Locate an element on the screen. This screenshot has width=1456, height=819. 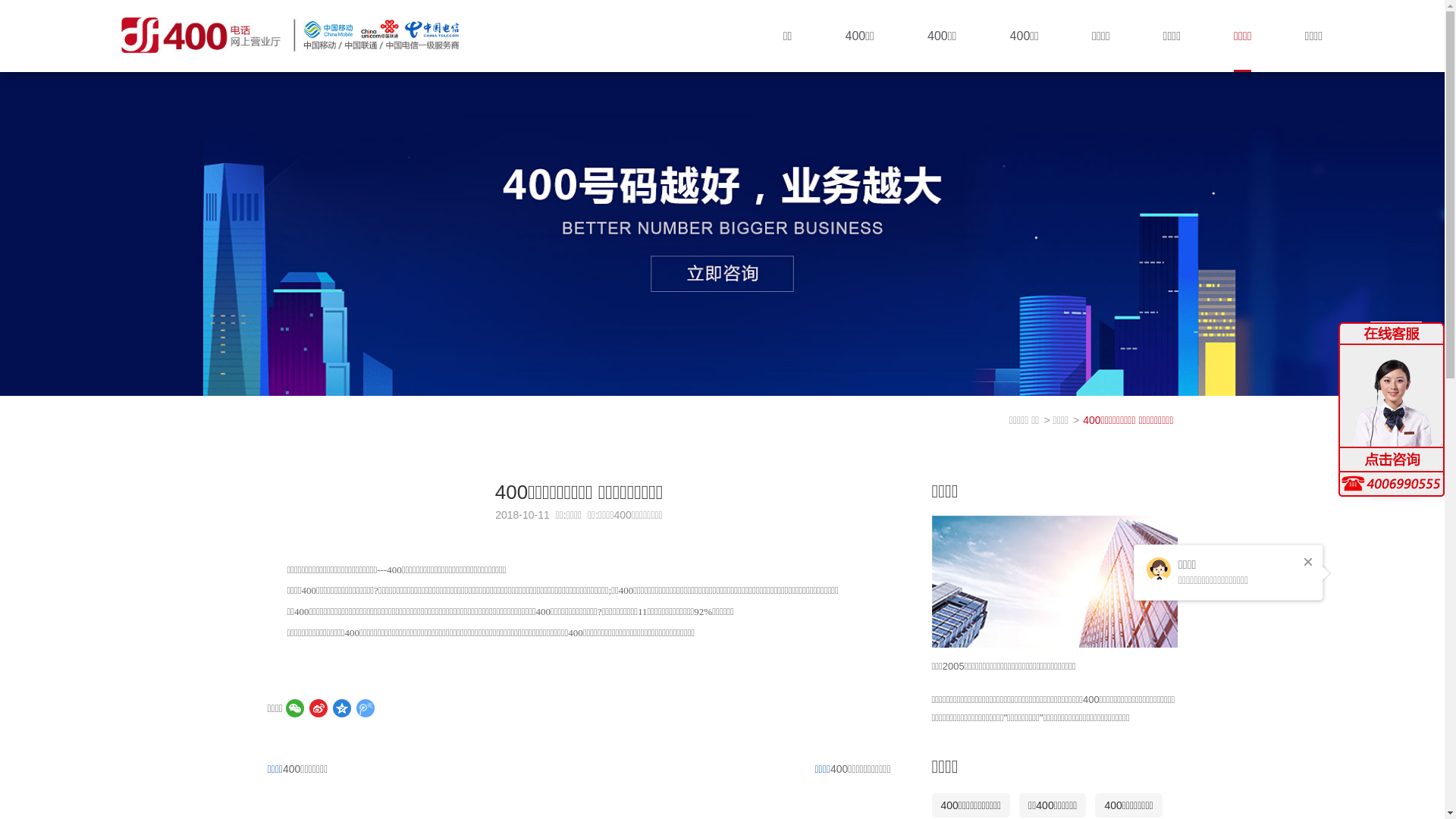
'Q Q' is located at coordinates (1395, 397).